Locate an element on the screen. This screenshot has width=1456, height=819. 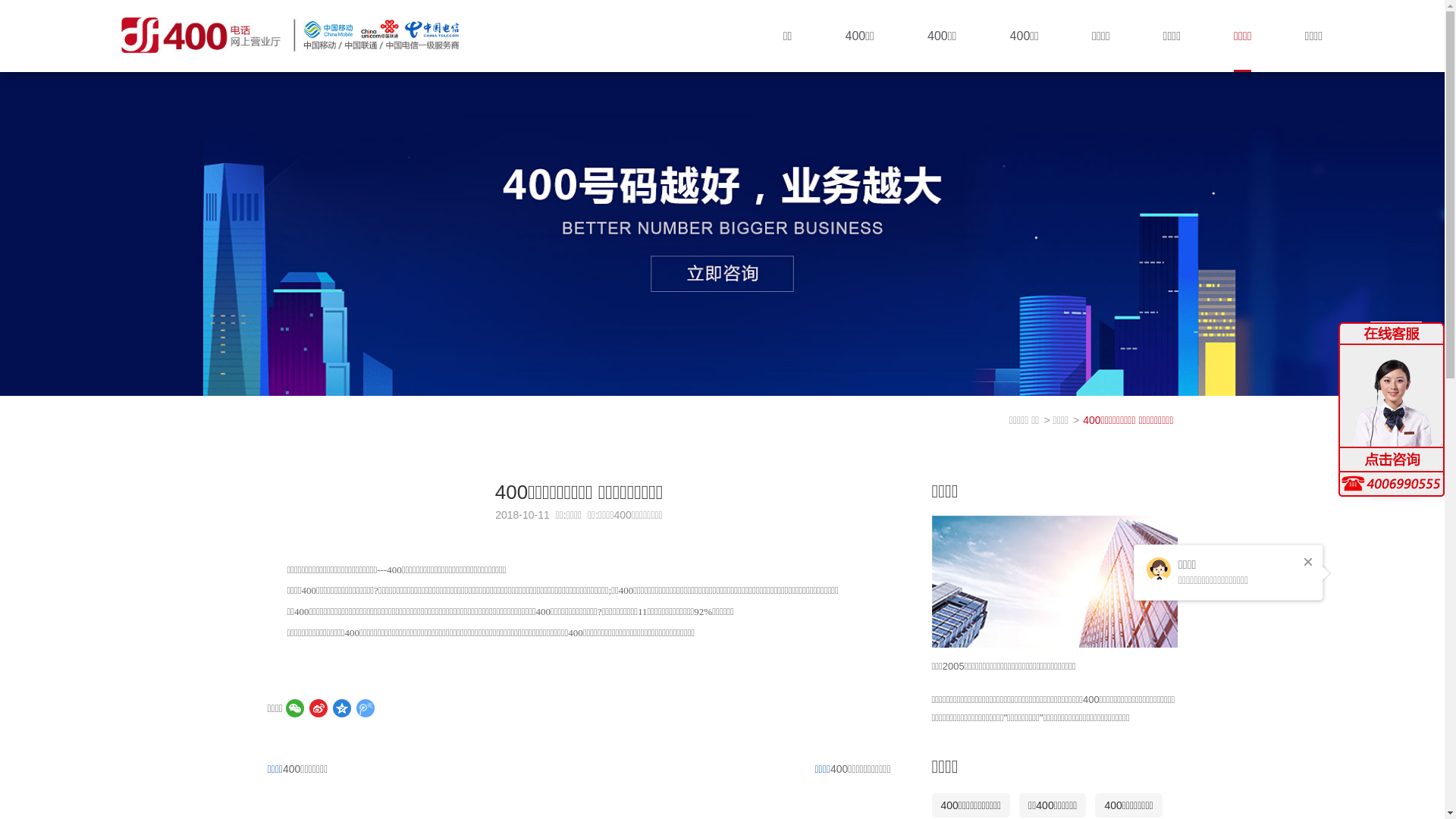
'Q Q' is located at coordinates (1395, 397).